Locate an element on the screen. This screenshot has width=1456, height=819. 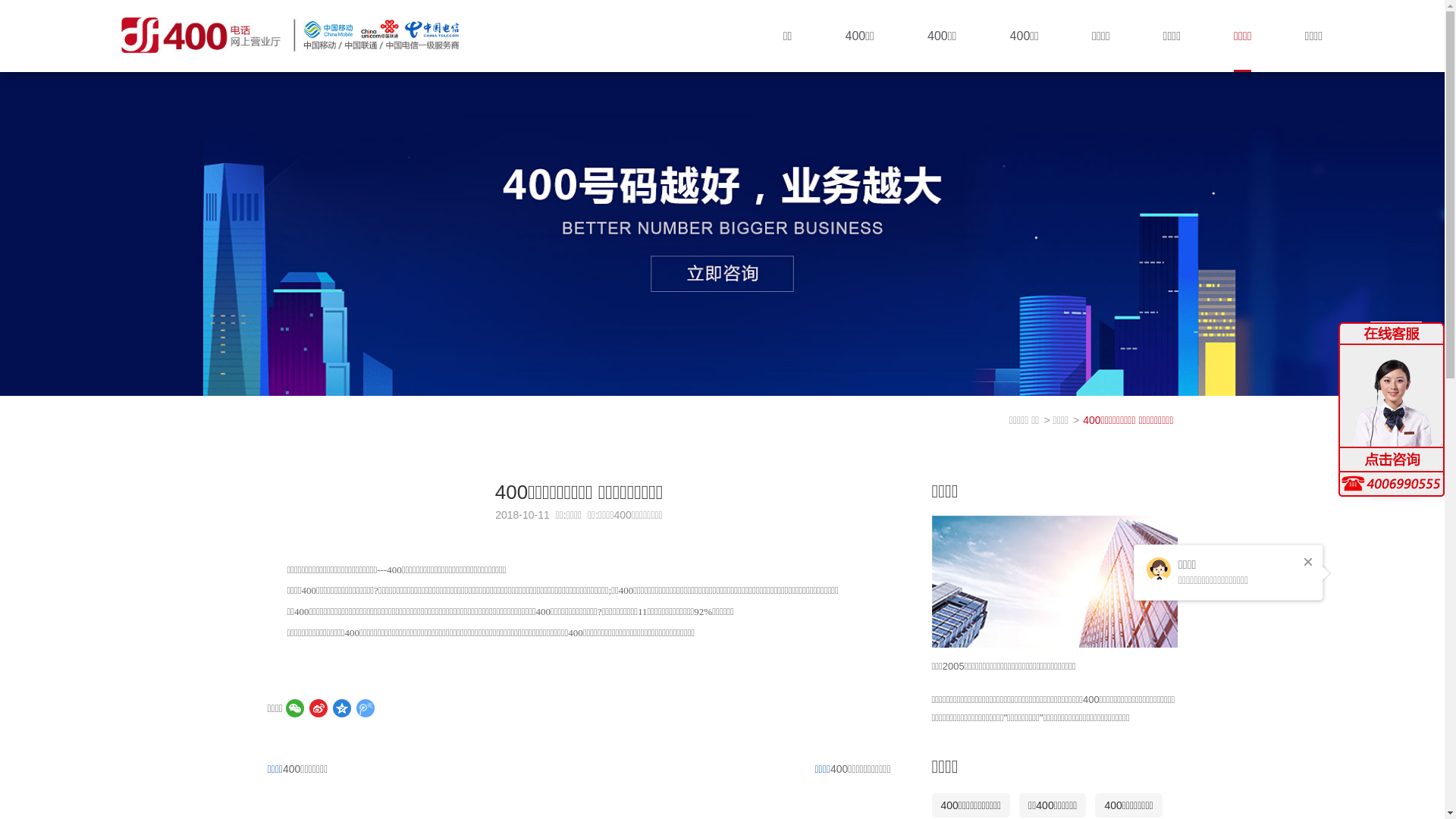
'Q Q' is located at coordinates (1395, 397).